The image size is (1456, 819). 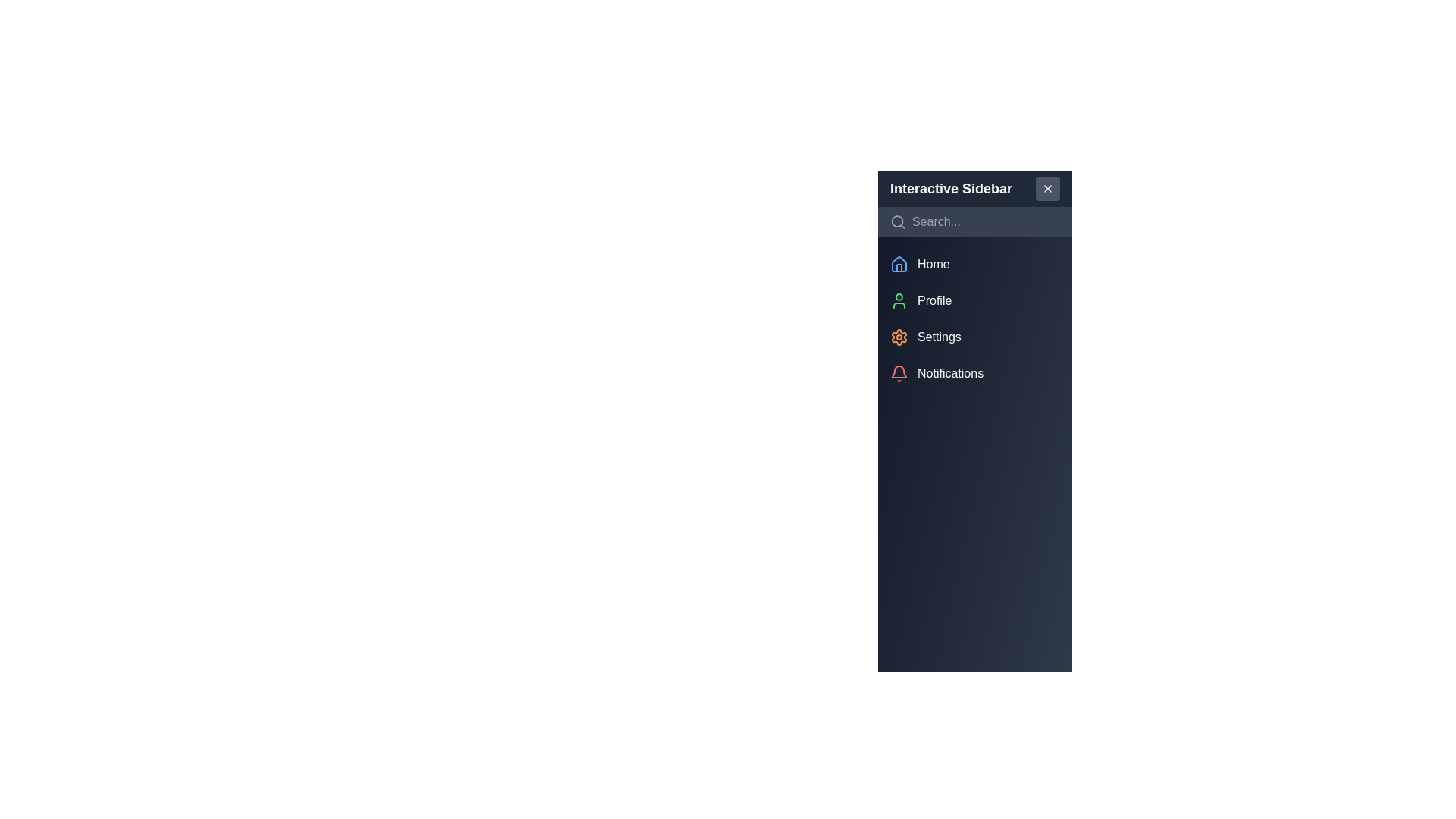 What do you see at coordinates (975, 263) in the screenshot?
I see `the 'Home' option` at bounding box center [975, 263].